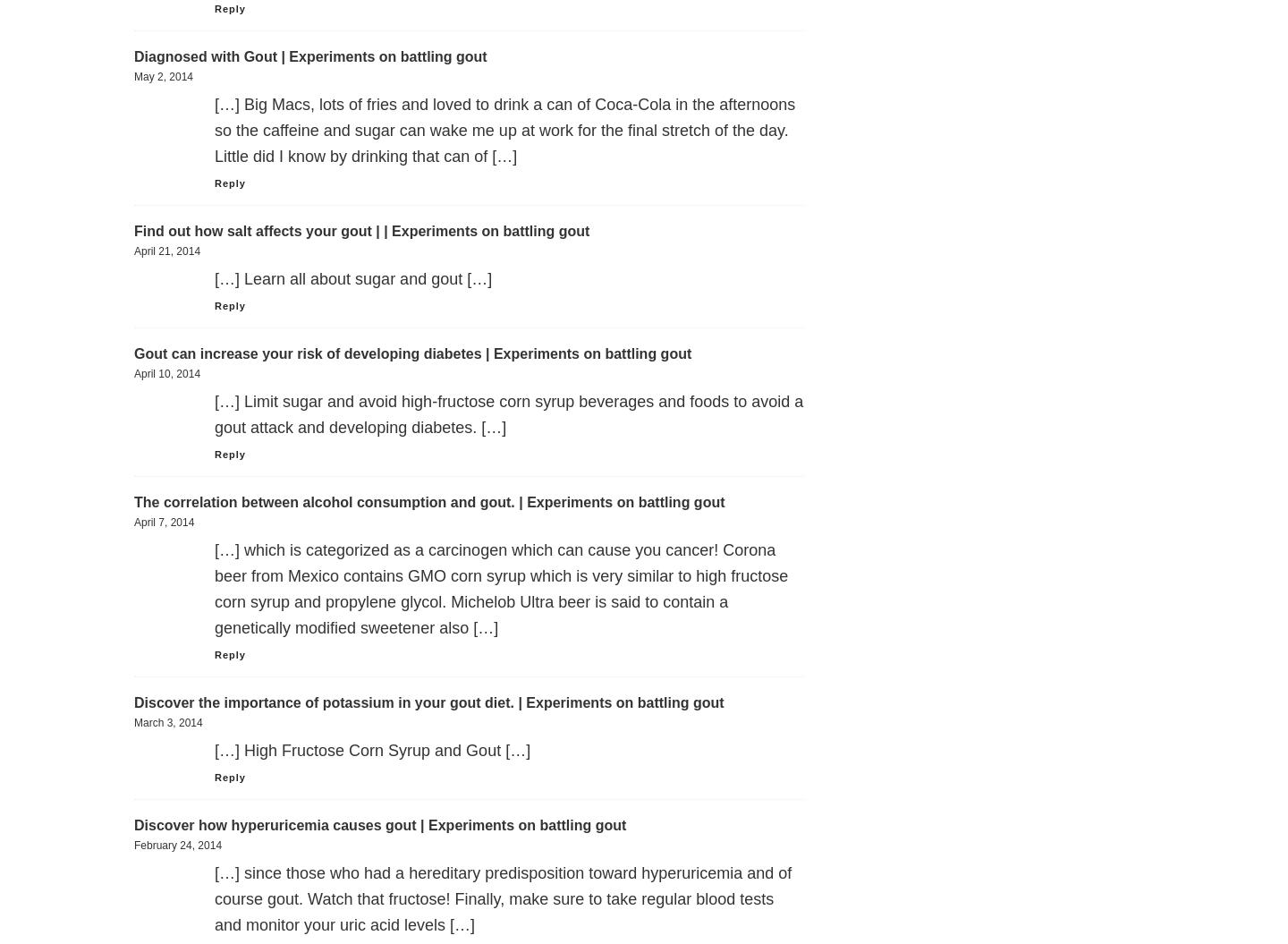  I want to click on 'The correlation between alcohol consumption and gout. | Experiments on battling gout', so click(133, 501).